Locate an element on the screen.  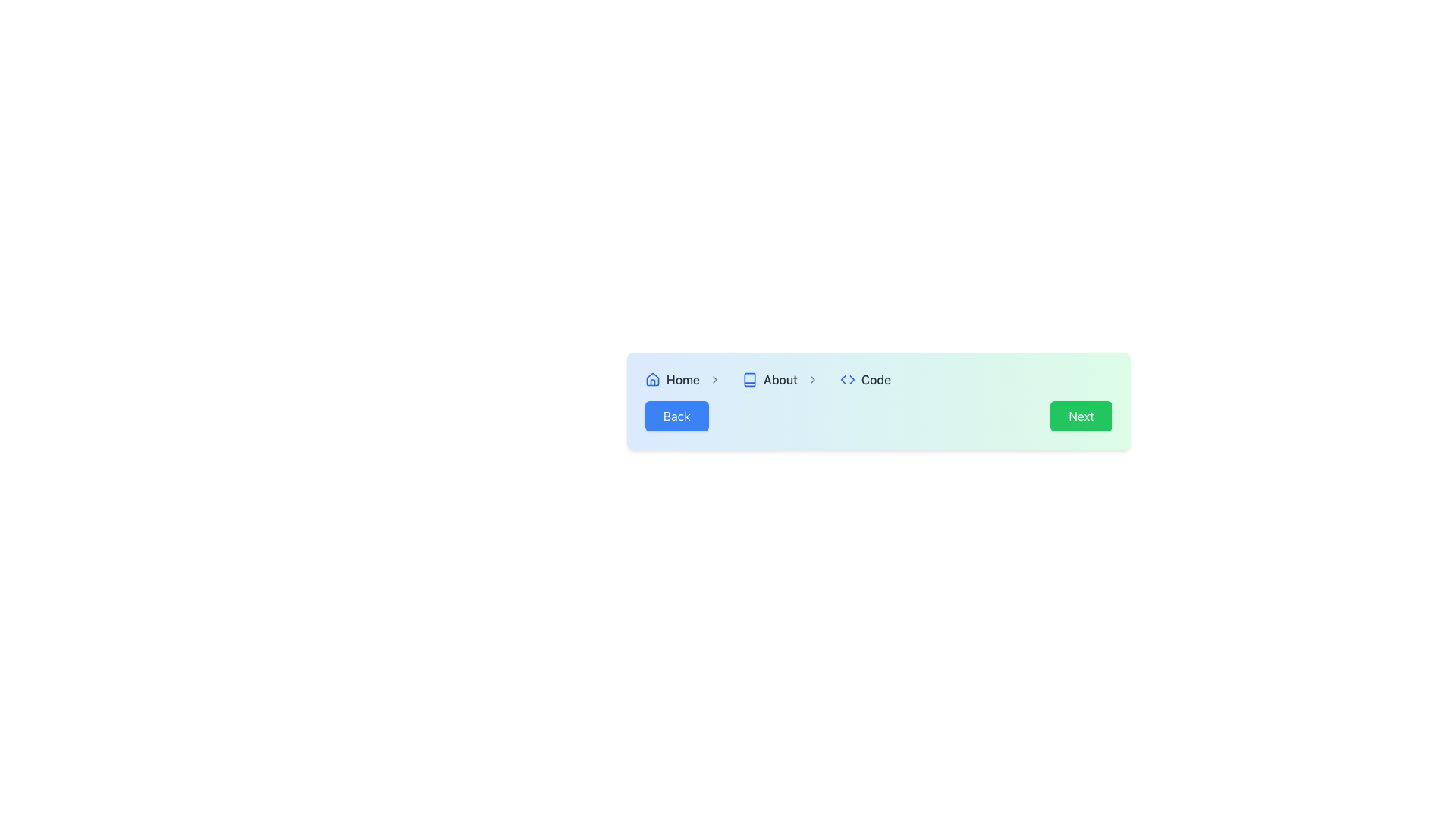
the small blue icon resembling angle brackets located next to the 'Code' text link in the horizontal navigation bar is located at coordinates (846, 379).